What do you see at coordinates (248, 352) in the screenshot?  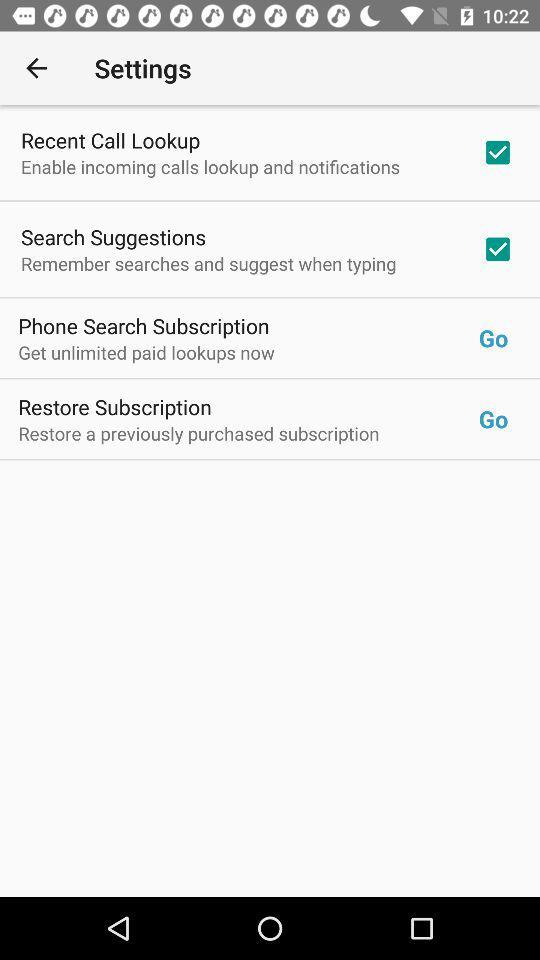 I see `item to the left of go item` at bounding box center [248, 352].